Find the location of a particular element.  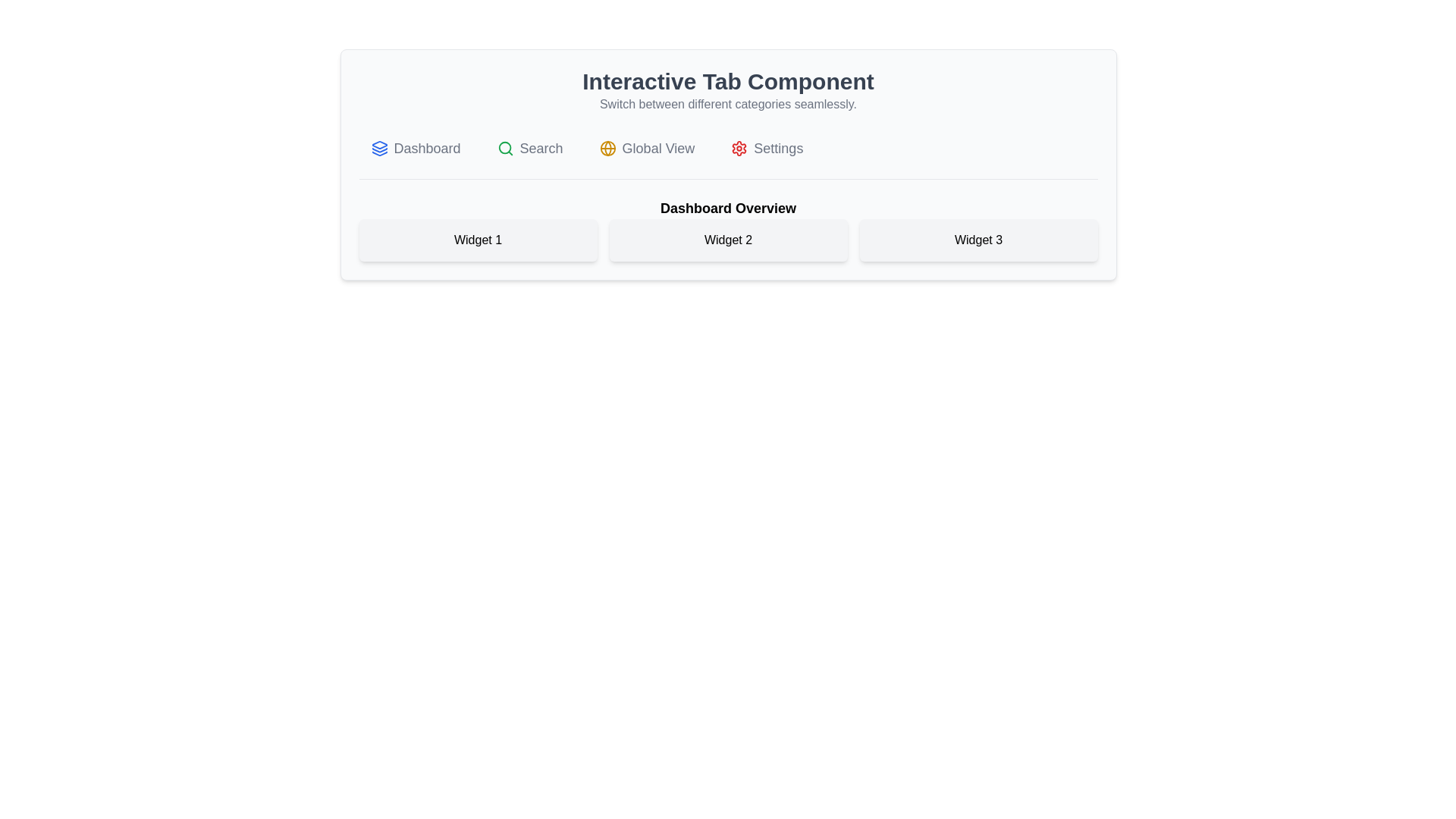

the 'Dashboard' tab icon located in the tab navigation bar at the top of the interface is located at coordinates (379, 149).